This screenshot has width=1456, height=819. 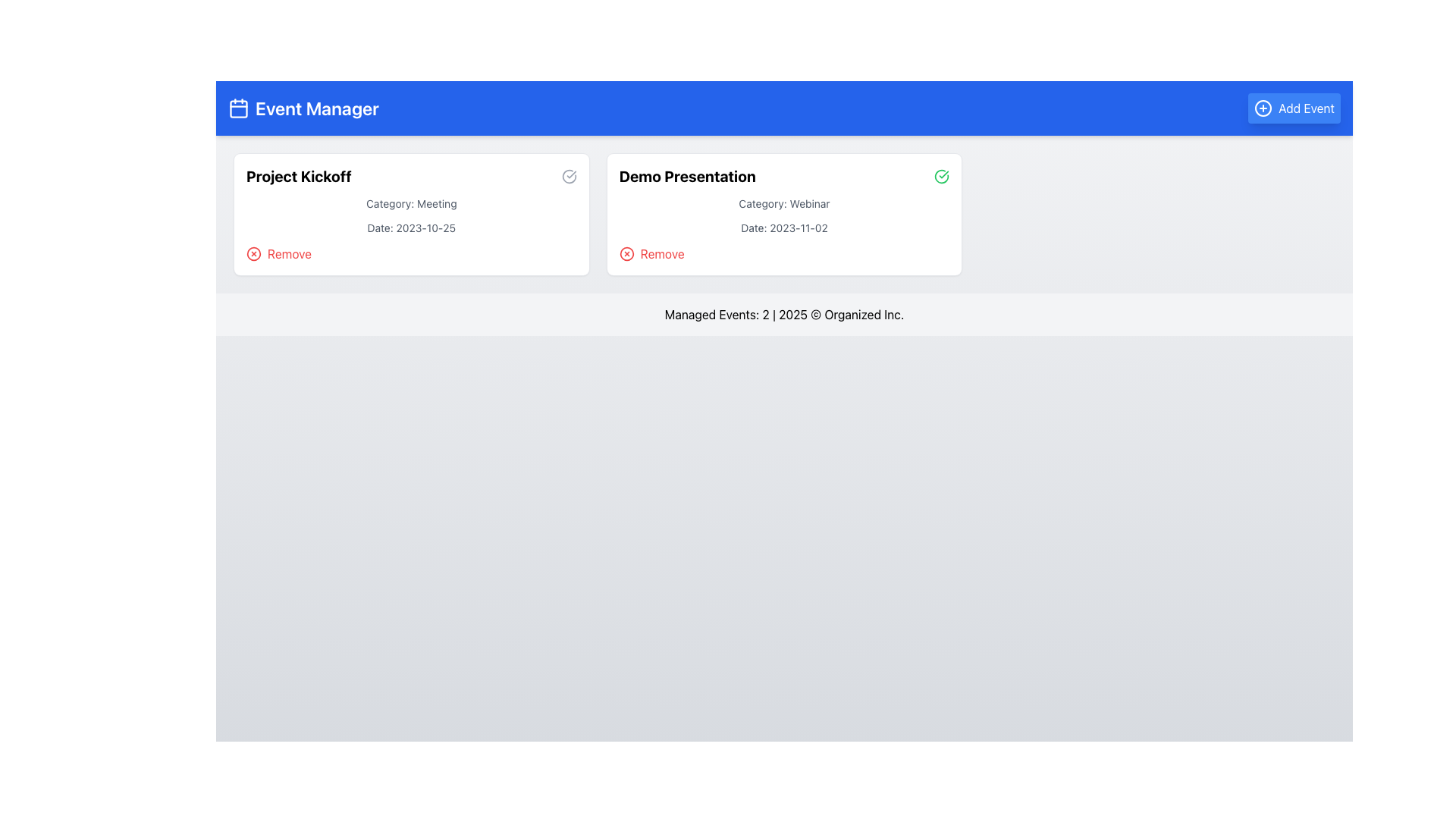 I want to click on the remove icon associated with the 'Demo Presentation' event, located below the event title and to the left of the 'Remove' text, so click(x=626, y=253).